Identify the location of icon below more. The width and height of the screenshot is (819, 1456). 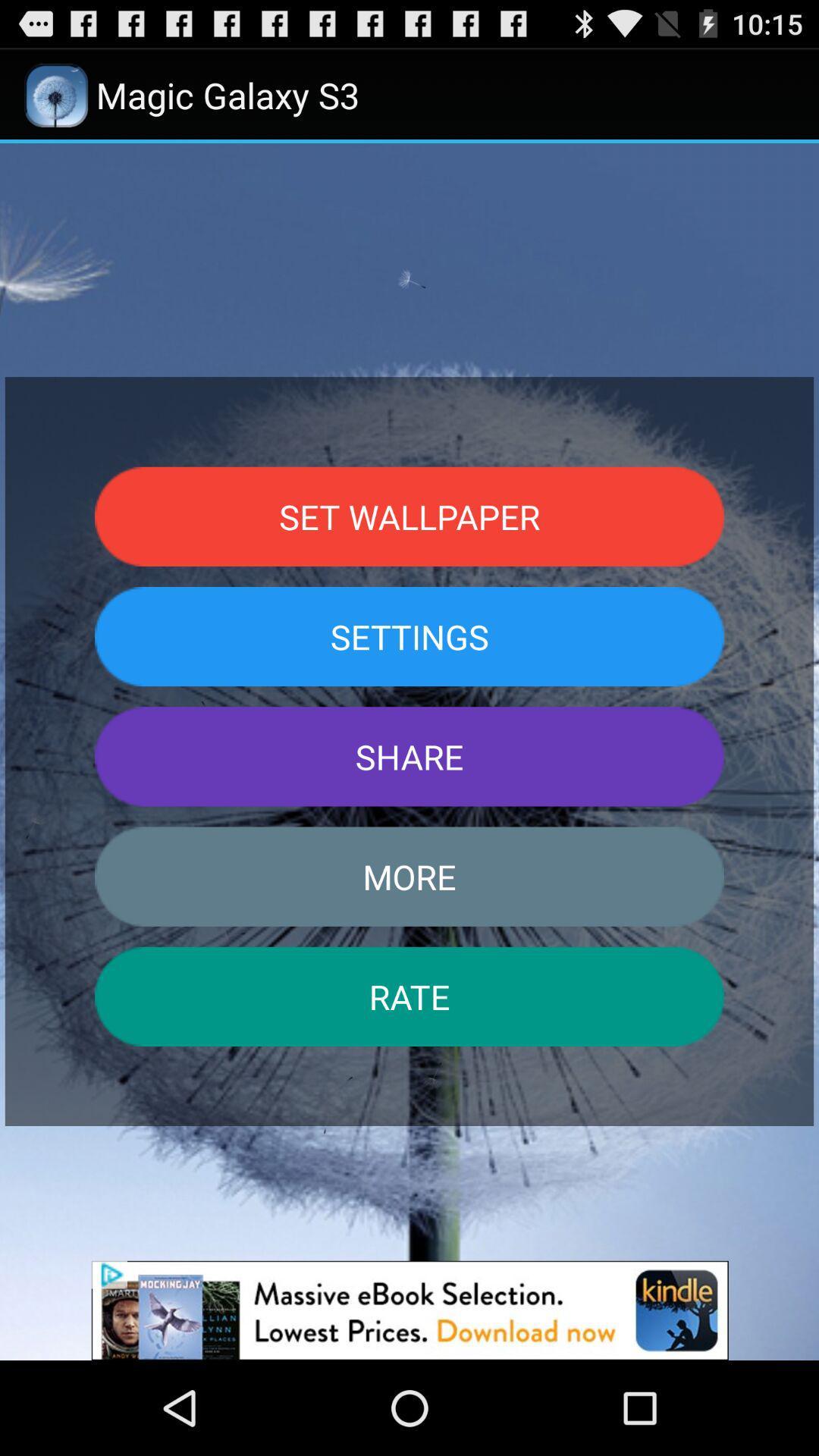
(409, 996).